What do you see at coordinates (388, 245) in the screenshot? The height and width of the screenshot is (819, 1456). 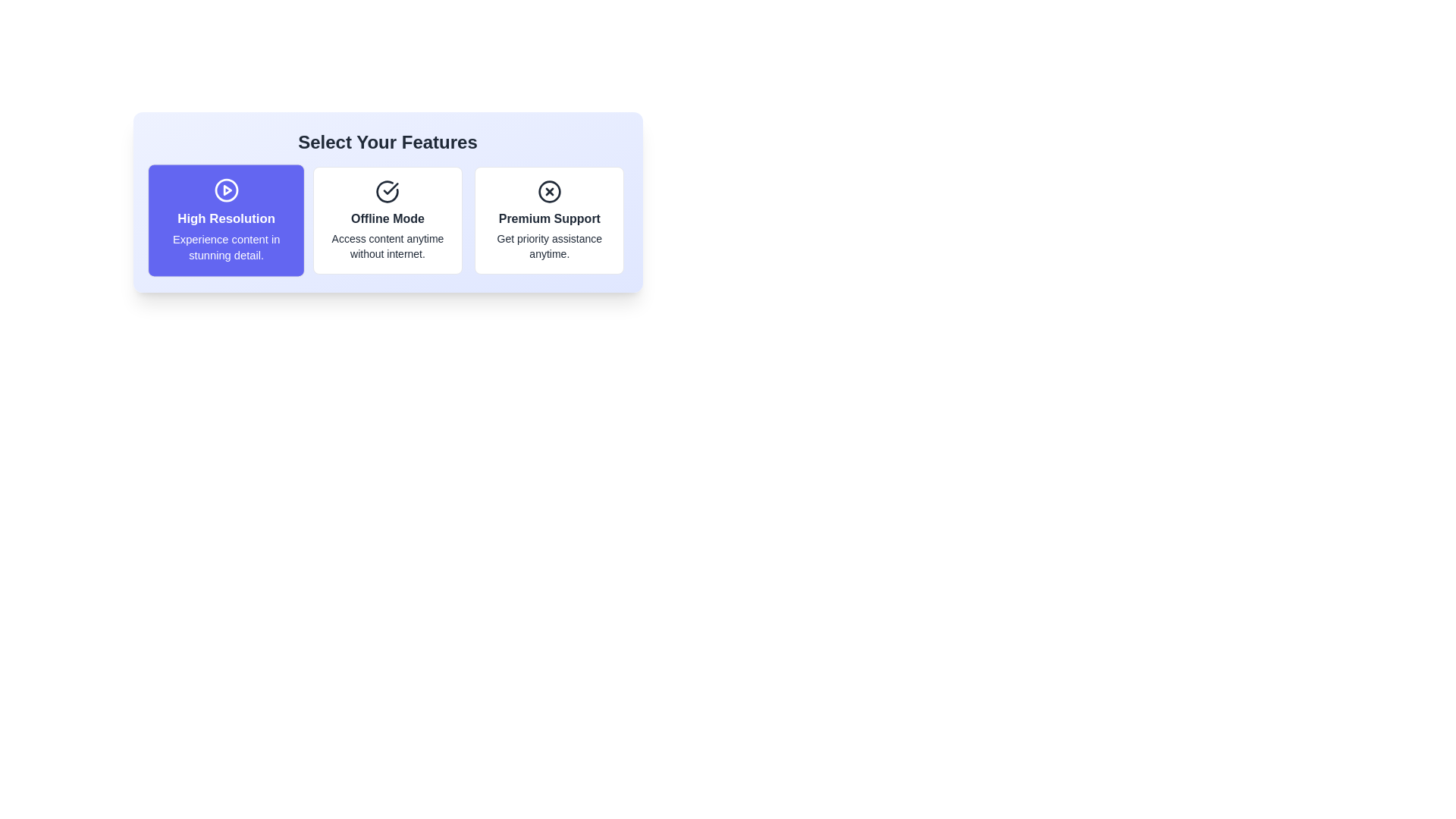 I see `the static text caption that reads 'Access content anytime' on the first line and 'without internet.' on the second line, which is styled in gray and positioned below 'Offline Mode'` at bounding box center [388, 245].